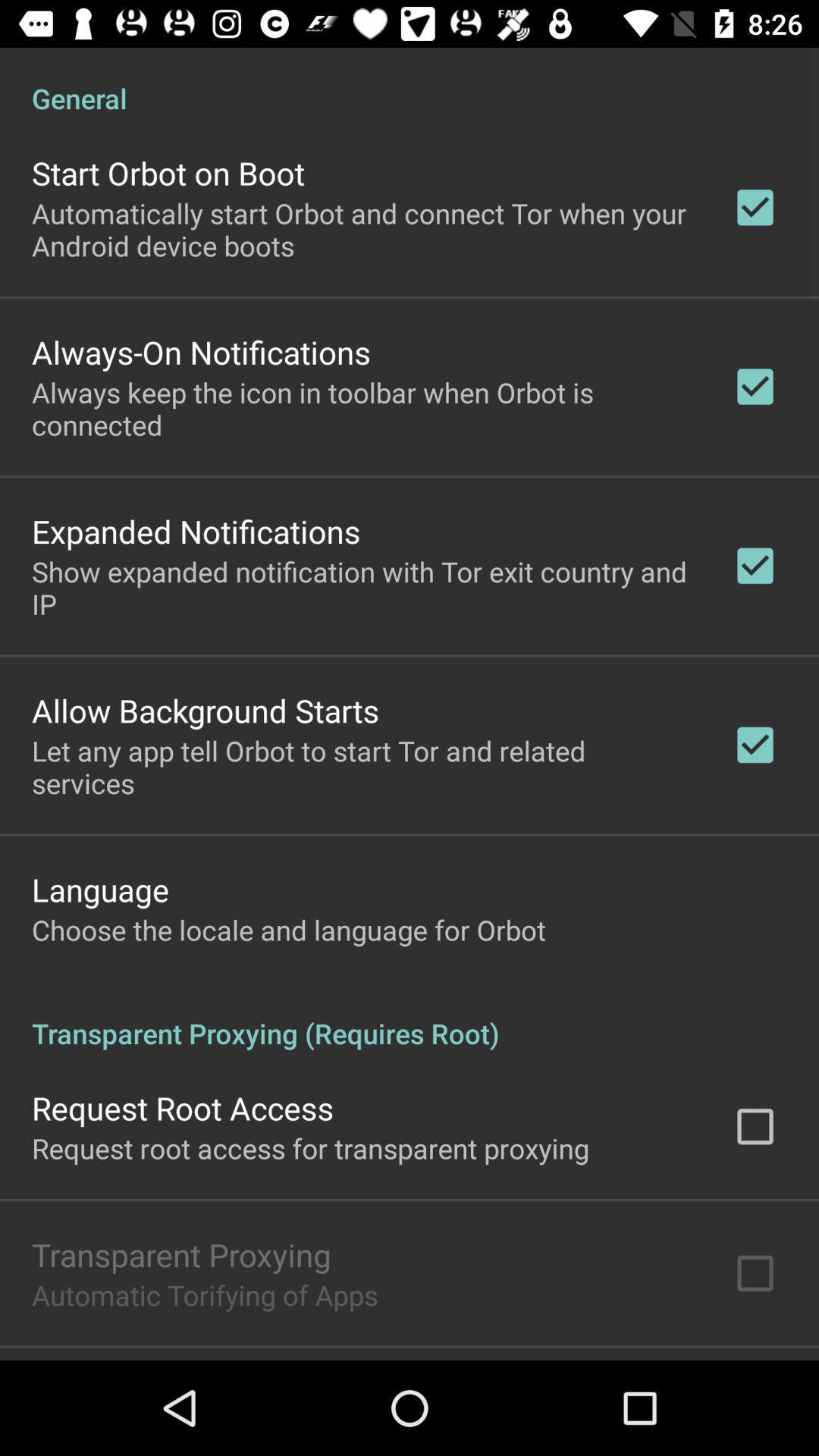 The image size is (819, 1456). What do you see at coordinates (200, 351) in the screenshot?
I see `icon above always keep the icon` at bounding box center [200, 351].